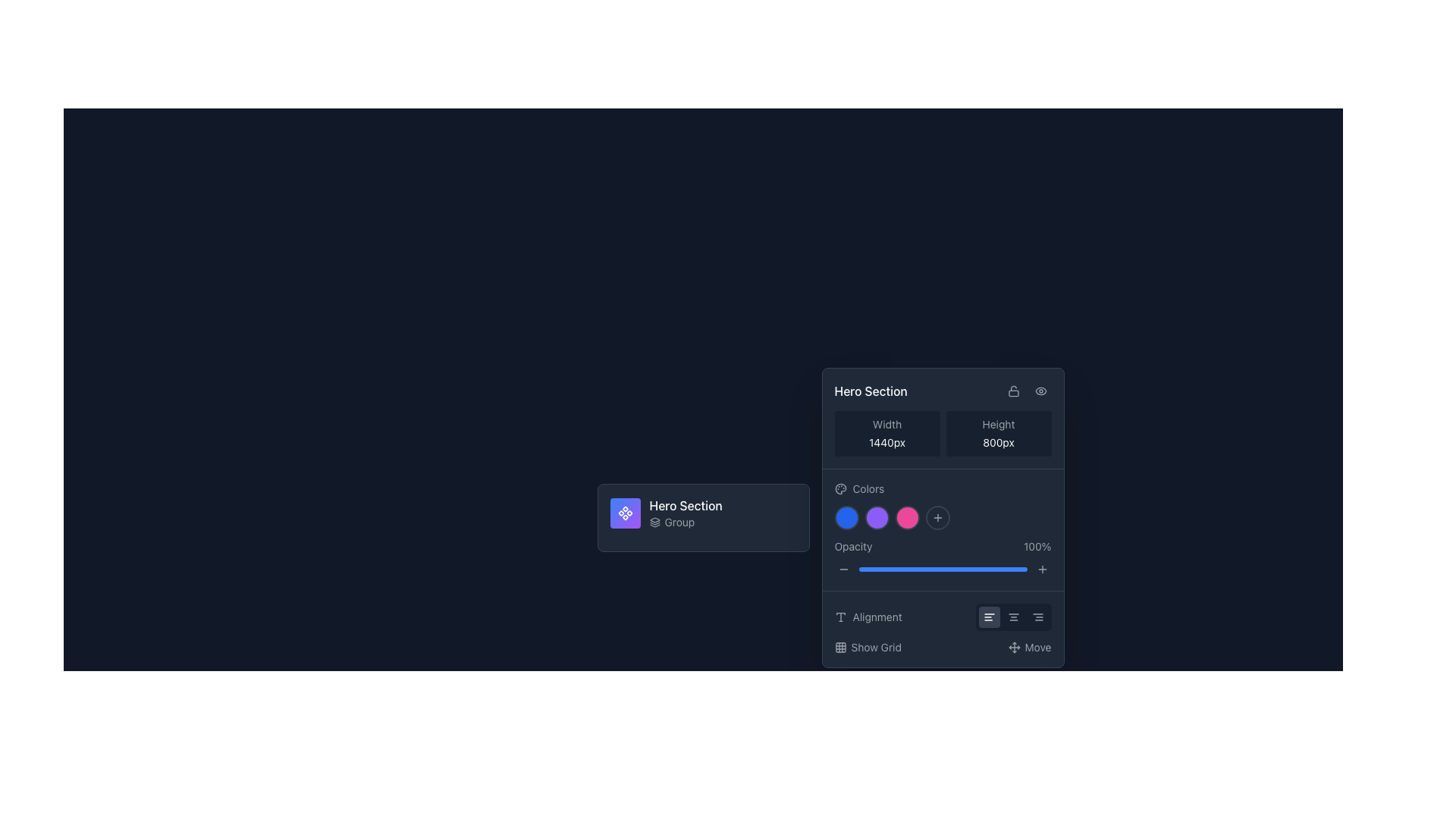  Describe the element at coordinates (876, 647) in the screenshot. I see `the Label indicating grid visibility in the settings panel, positioned below the configuration controls and to the right of the grid icon` at that location.